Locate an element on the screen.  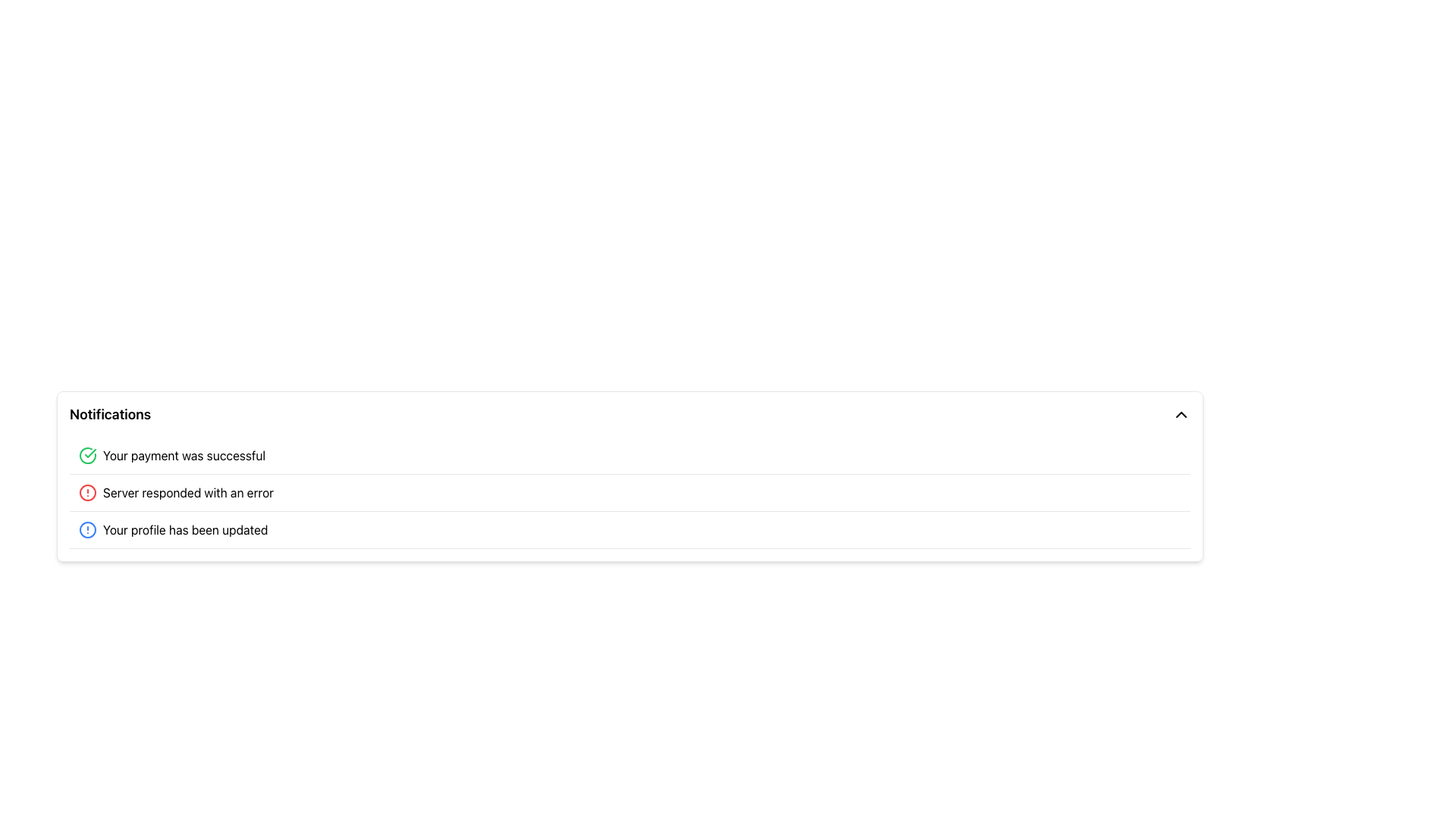
the small upward-pointing chevron icon at the top-right corner of the 'Notifications' section is located at coordinates (1181, 415).